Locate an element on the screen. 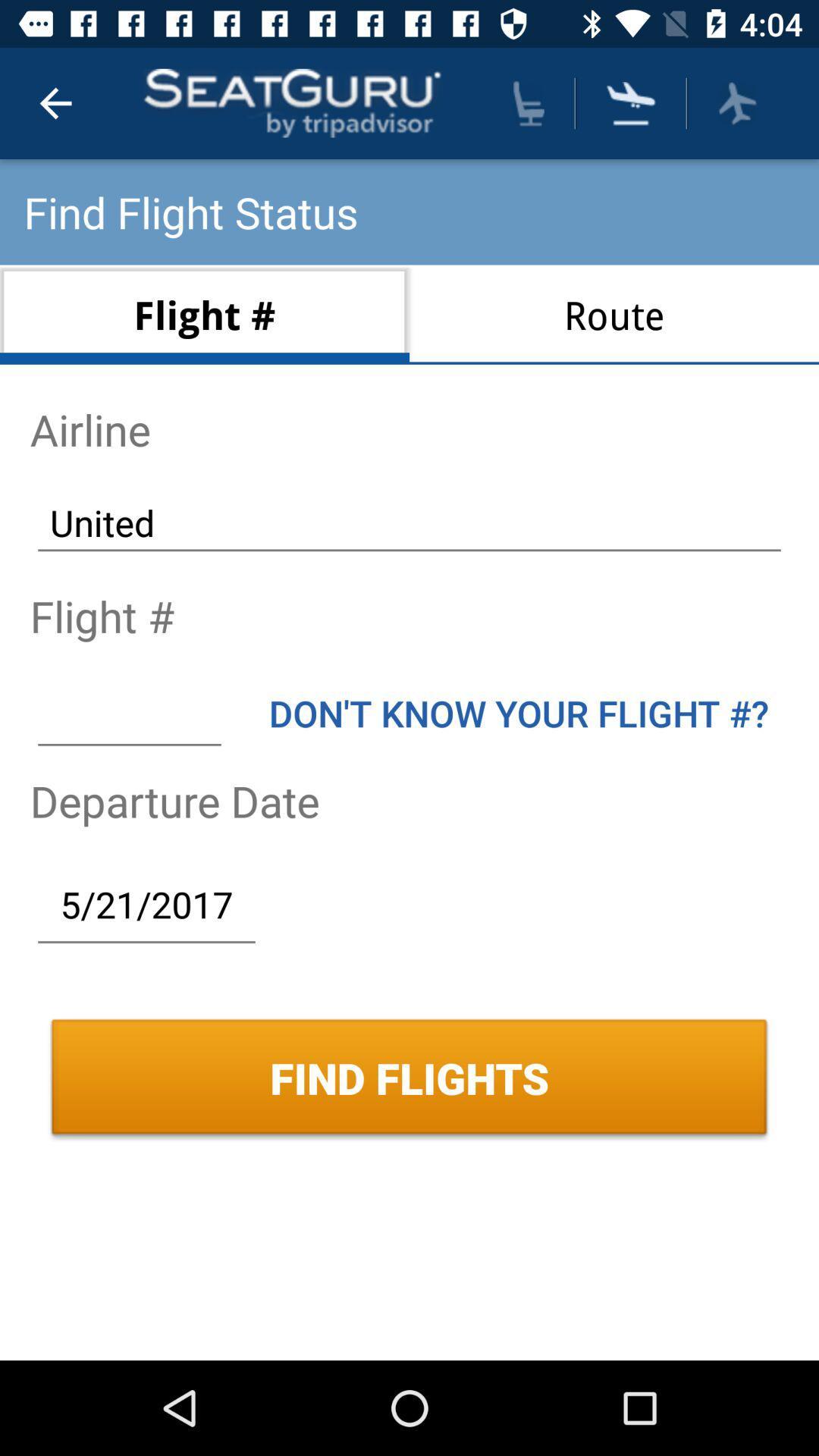 The width and height of the screenshot is (819, 1456). put the flight number is located at coordinates (128, 712).